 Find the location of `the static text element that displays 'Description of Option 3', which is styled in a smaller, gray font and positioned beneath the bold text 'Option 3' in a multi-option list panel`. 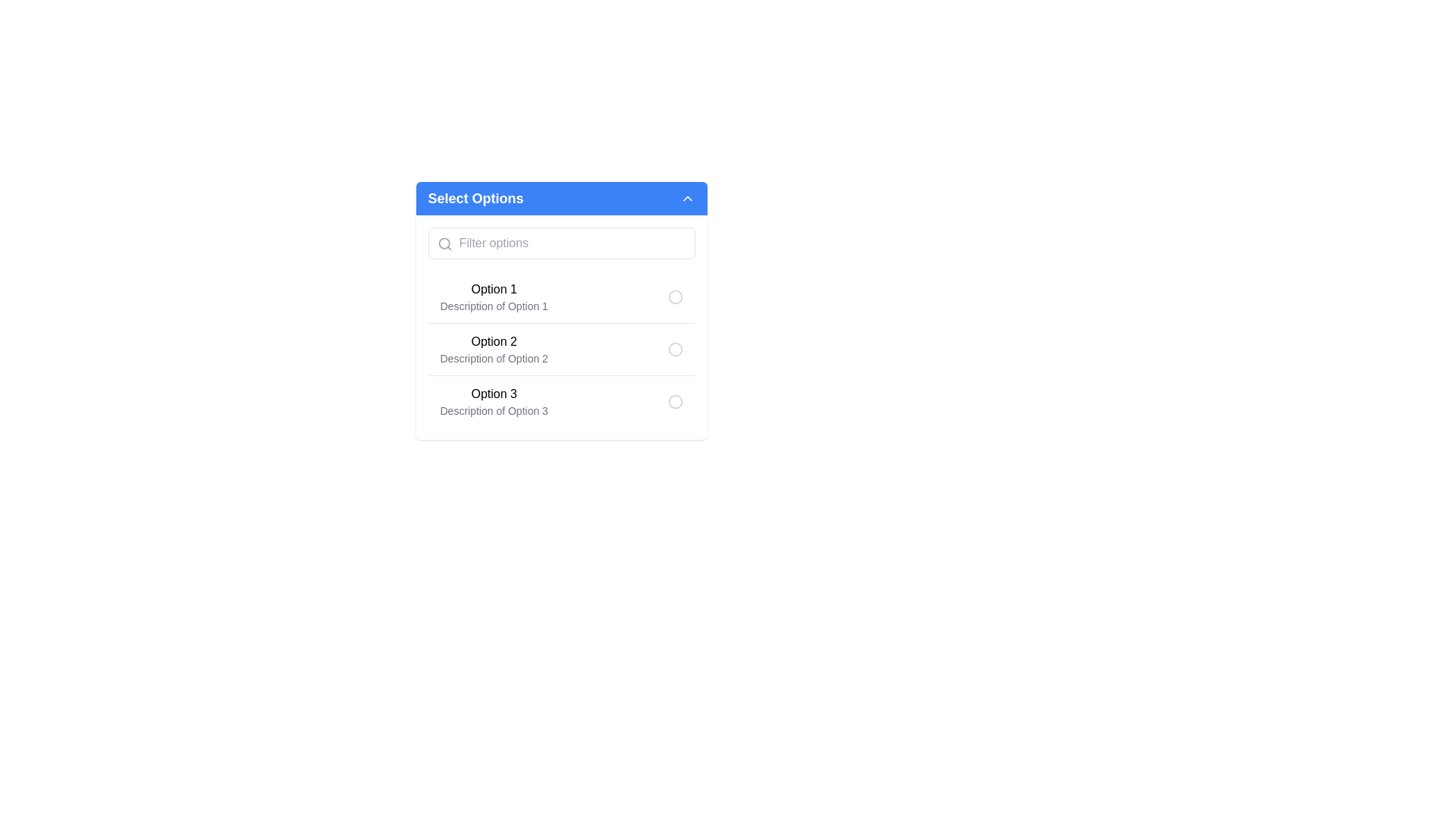

the static text element that displays 'Description of Option 3', which is styled in a smaller, gray font and positioned beneath the bold text 'Option 3' in a multi-option list panel is located at coordinates (494, 411).